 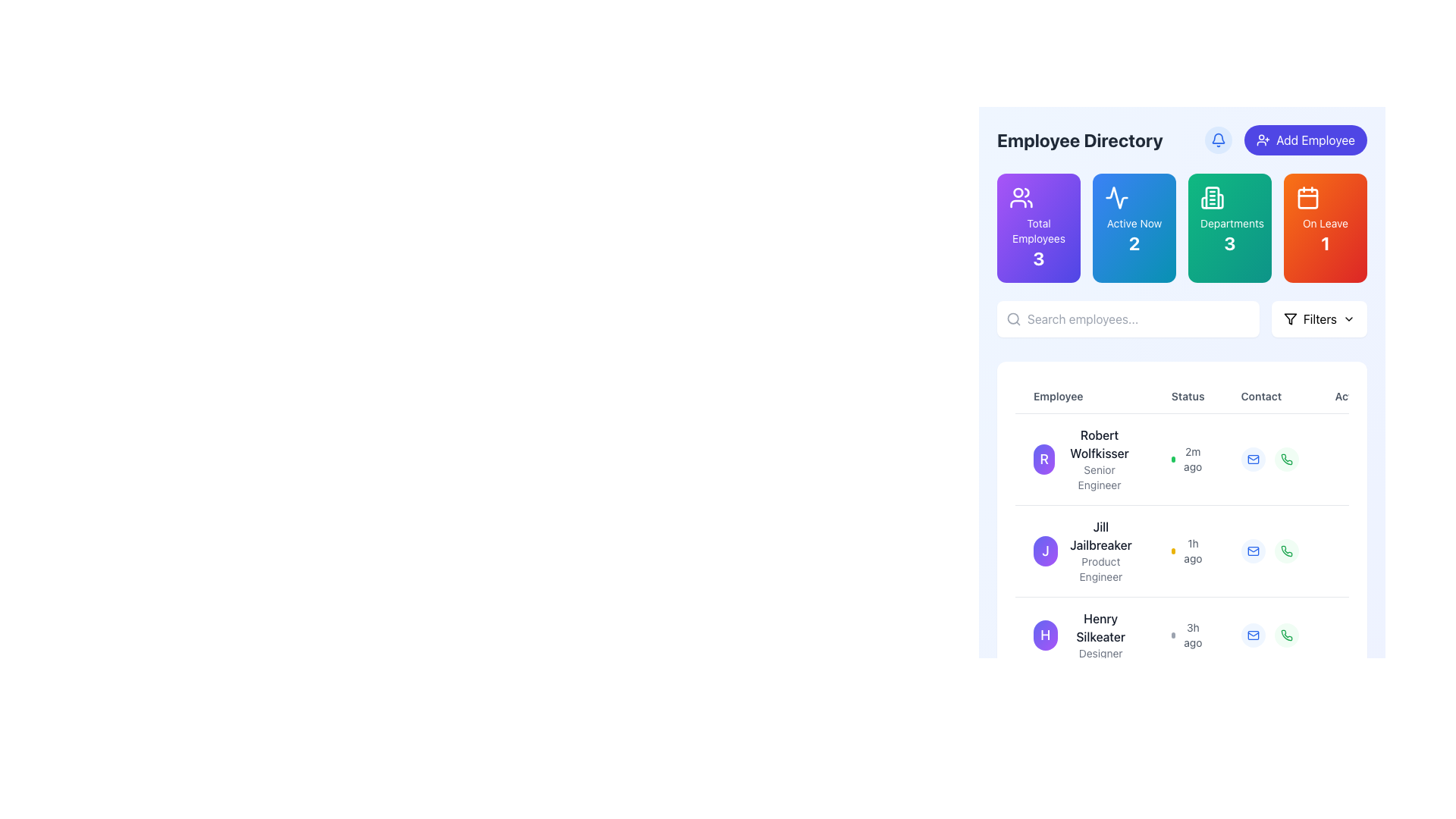 I want to click on the circular button with a light blue background and a blue bell icon, so click(x=1219, y=140).